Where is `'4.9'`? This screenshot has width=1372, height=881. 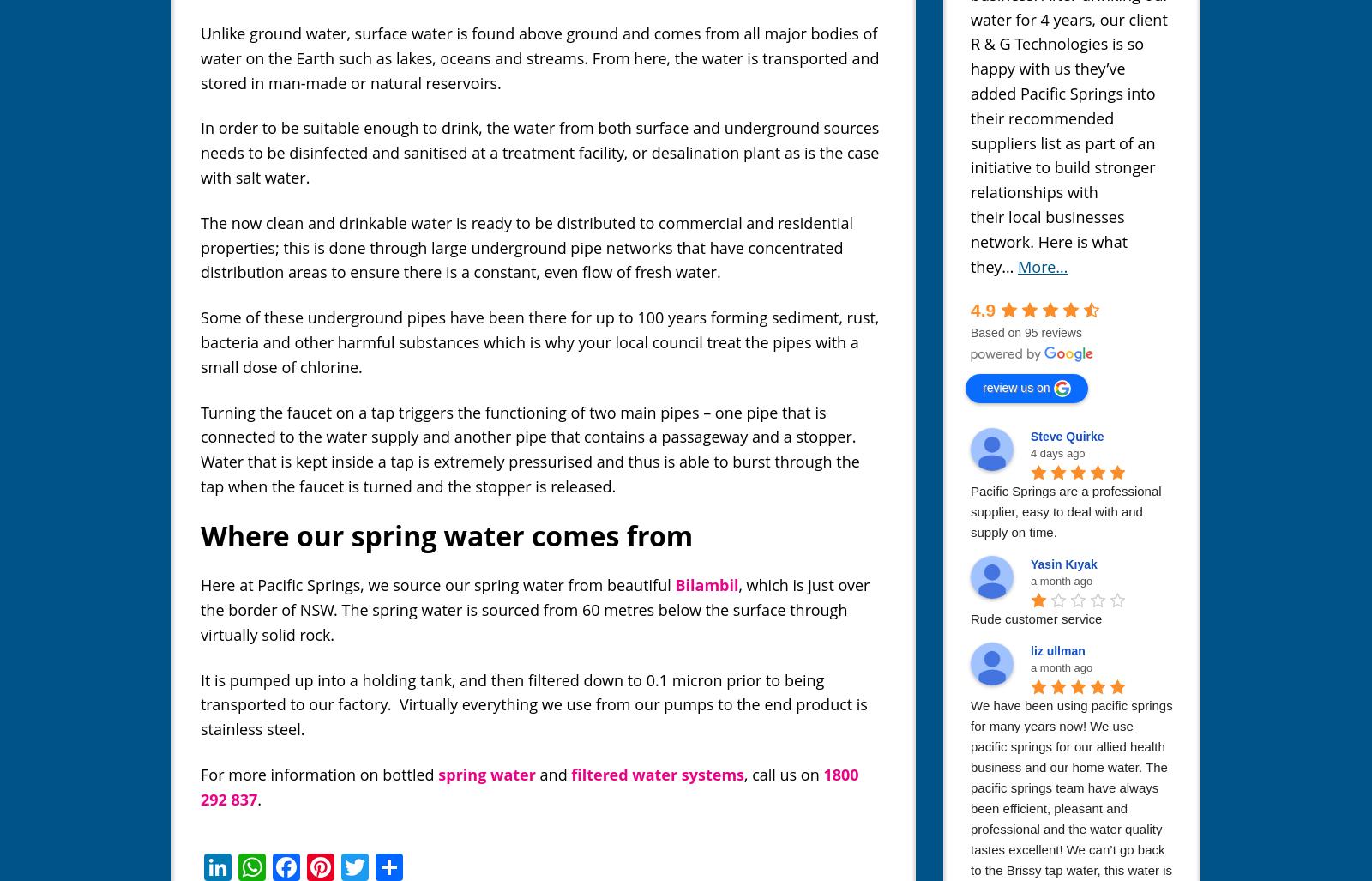 '4.9' is located at coordinates (983, 309).